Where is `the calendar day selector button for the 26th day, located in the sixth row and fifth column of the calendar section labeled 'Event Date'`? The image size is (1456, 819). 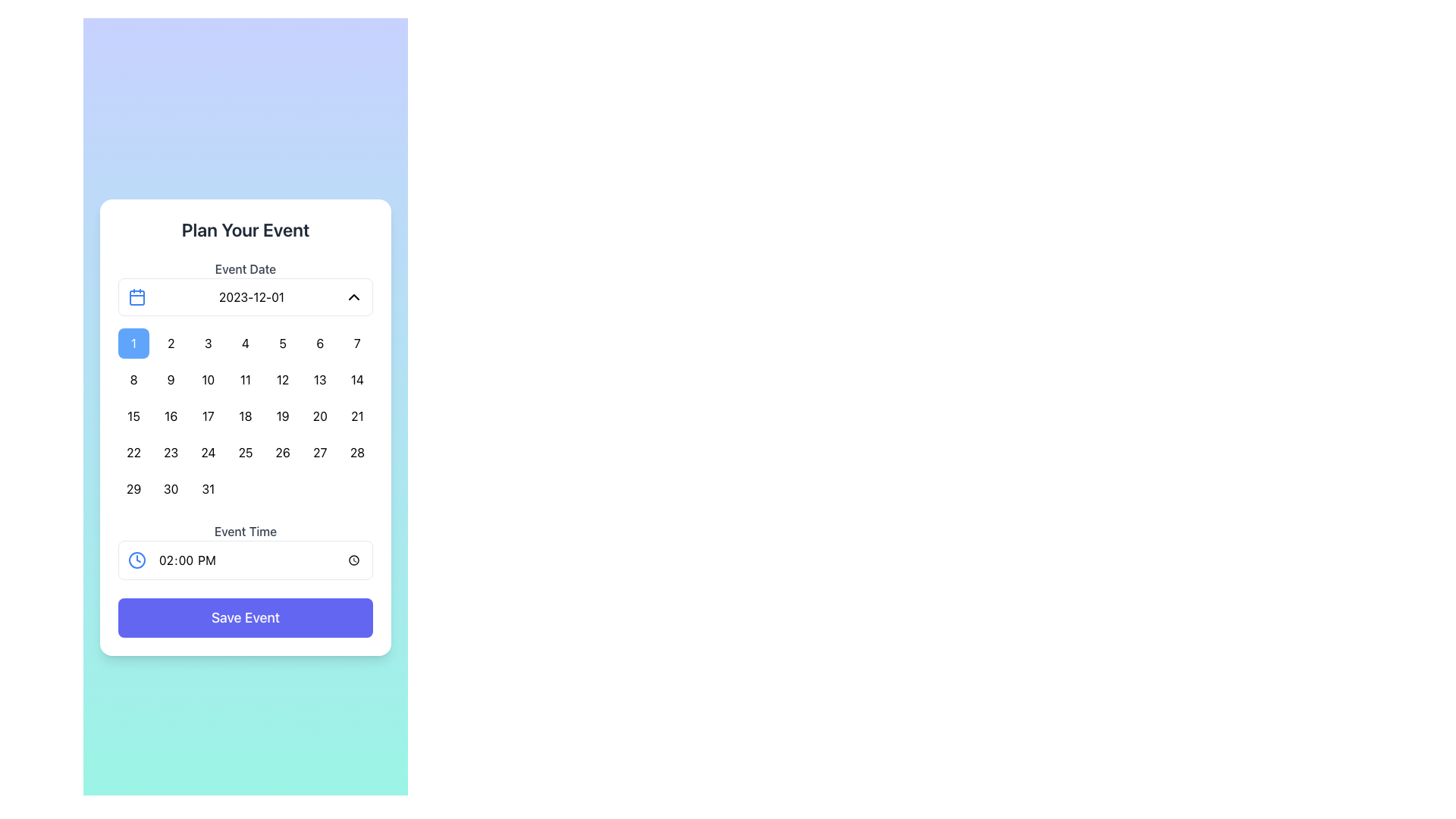
the calendar day selector button for the 26th day, located in the sixth row and fifth column of the calendar section labeled 'Event Date' is located at coordinates (283, 452).